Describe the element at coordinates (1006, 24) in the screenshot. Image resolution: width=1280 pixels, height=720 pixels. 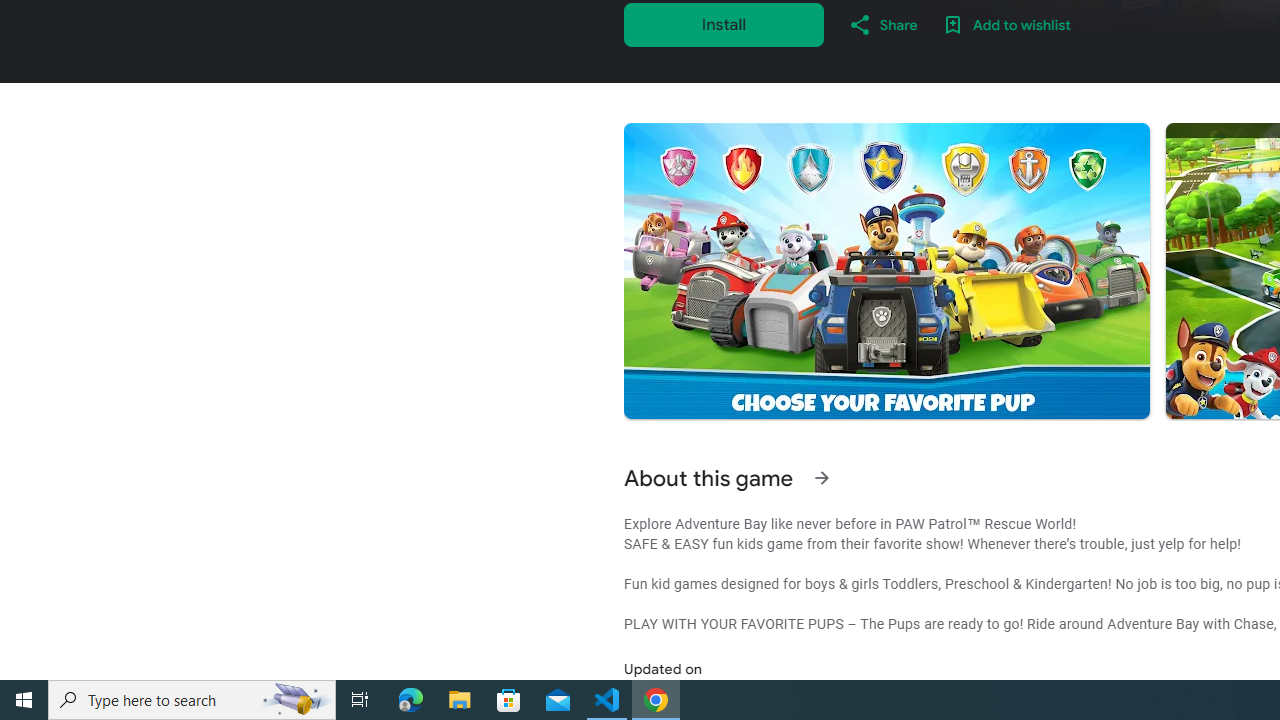
I see `'Add to wishlist'` at that location.